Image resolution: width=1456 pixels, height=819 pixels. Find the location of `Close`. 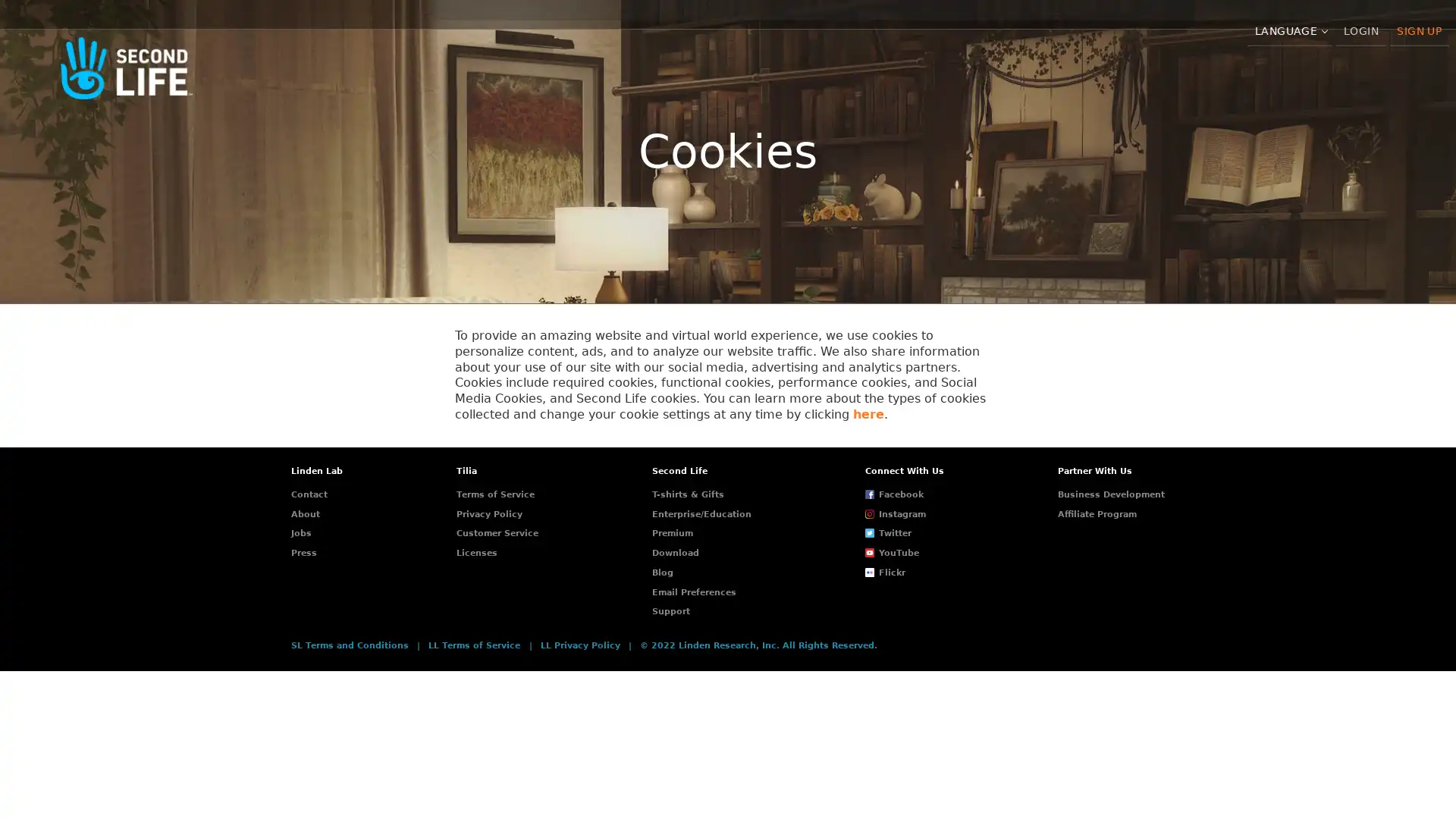

Close is located at coordinates (1135, 744).